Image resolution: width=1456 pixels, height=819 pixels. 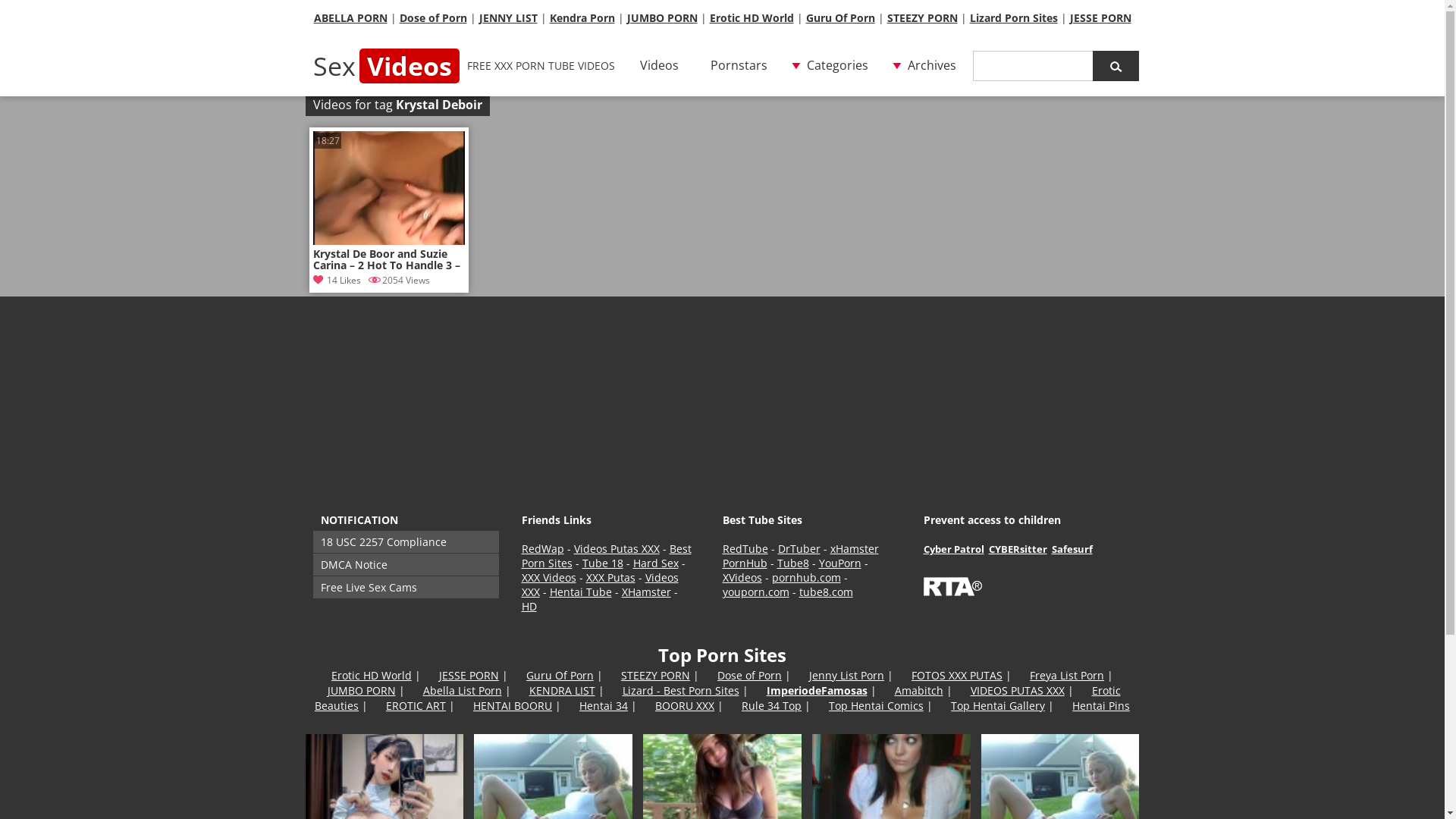 What do you see at coordinates (350, 17) in the screenshot?
I see `'ABELLA PORN'` at bounding box center [350, 17].